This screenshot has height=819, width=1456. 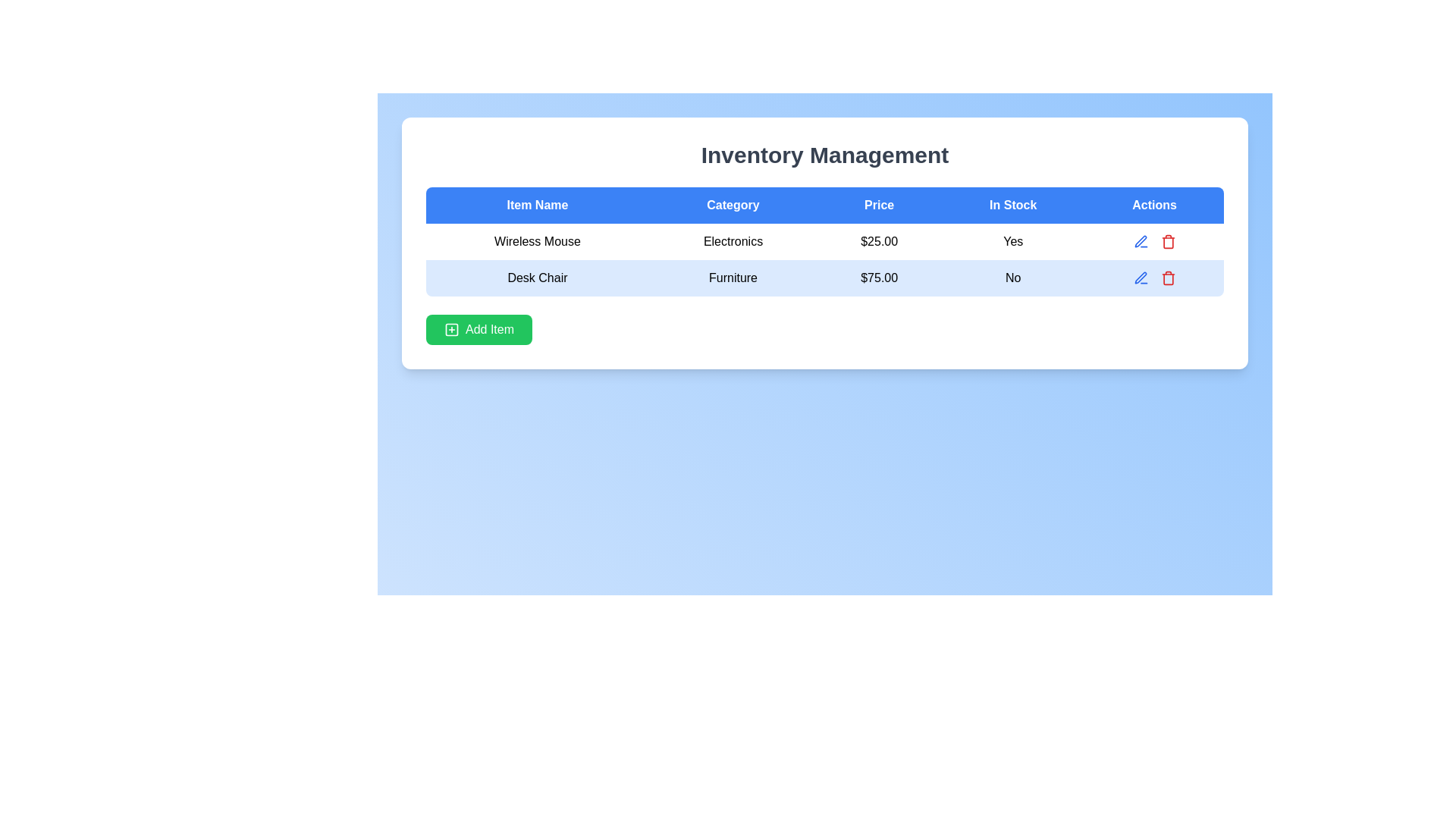 What do you see at coordinates (1140, 240) in the screenshot?
I see `the blue edit tool button located in the 'Actions' column of the second row of the table, next to the delete icon` at bounding box center [1140, 240].